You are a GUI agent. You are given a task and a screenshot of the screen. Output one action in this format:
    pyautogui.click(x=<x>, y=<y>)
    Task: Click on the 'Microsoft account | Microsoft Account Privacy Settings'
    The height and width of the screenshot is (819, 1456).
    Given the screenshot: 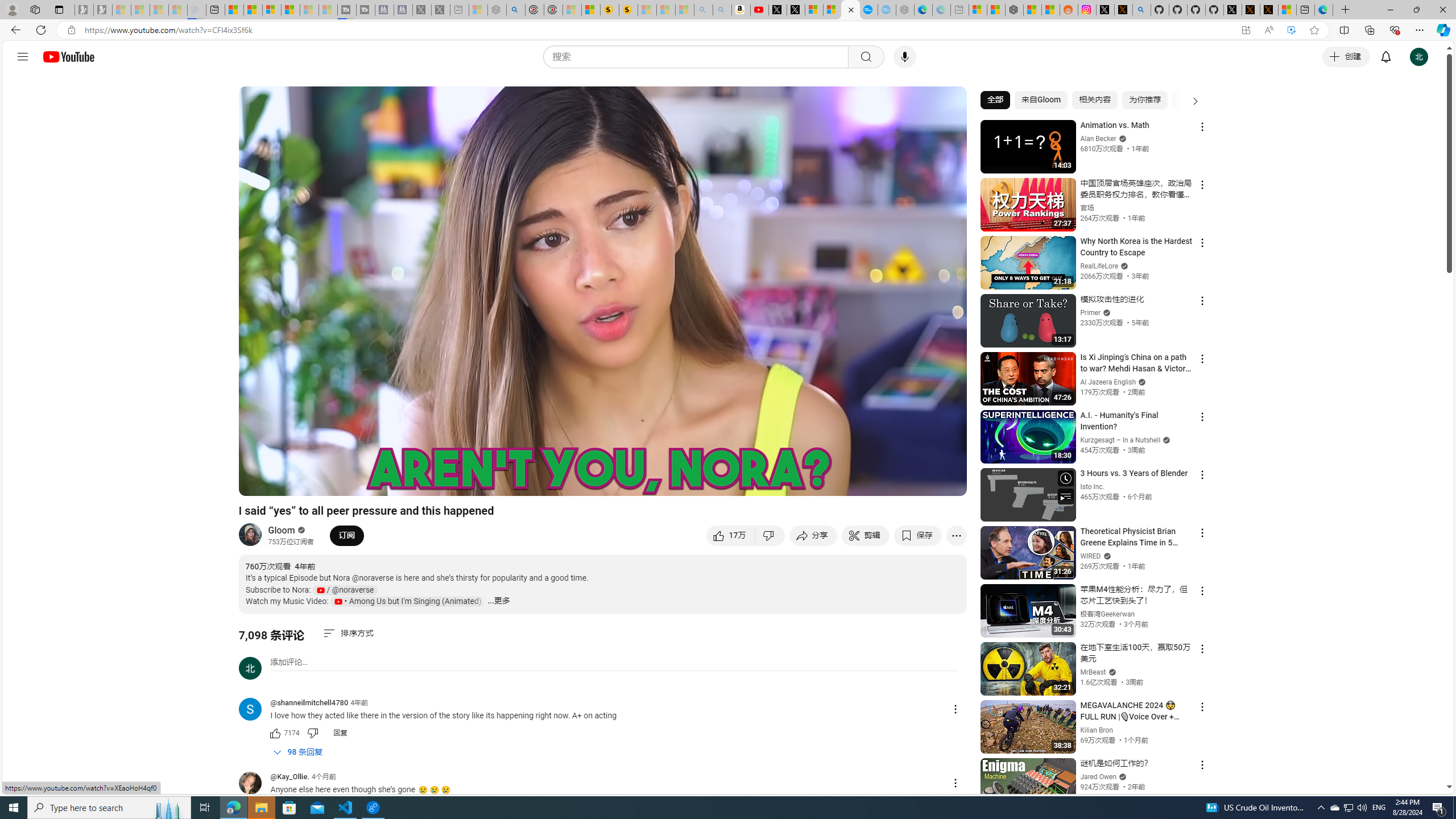 What is the action you would take?
    pyautogui.click(x=978, y=9)
    